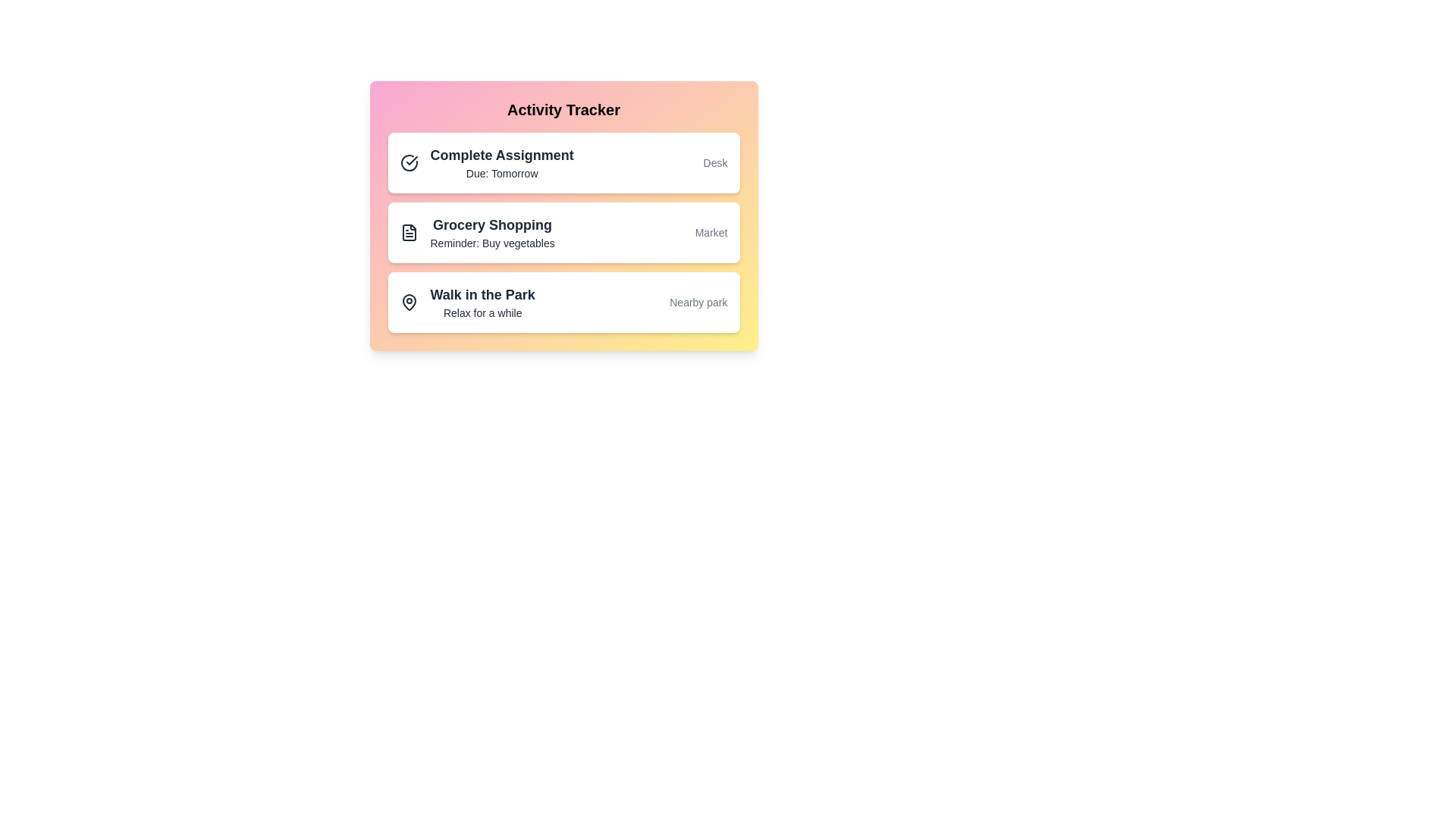  What do you see at coordinates (409, 233) in the screenshot?
I see `the icon next to the activity item Grocery Shopping` at bounding box center [409, 233].